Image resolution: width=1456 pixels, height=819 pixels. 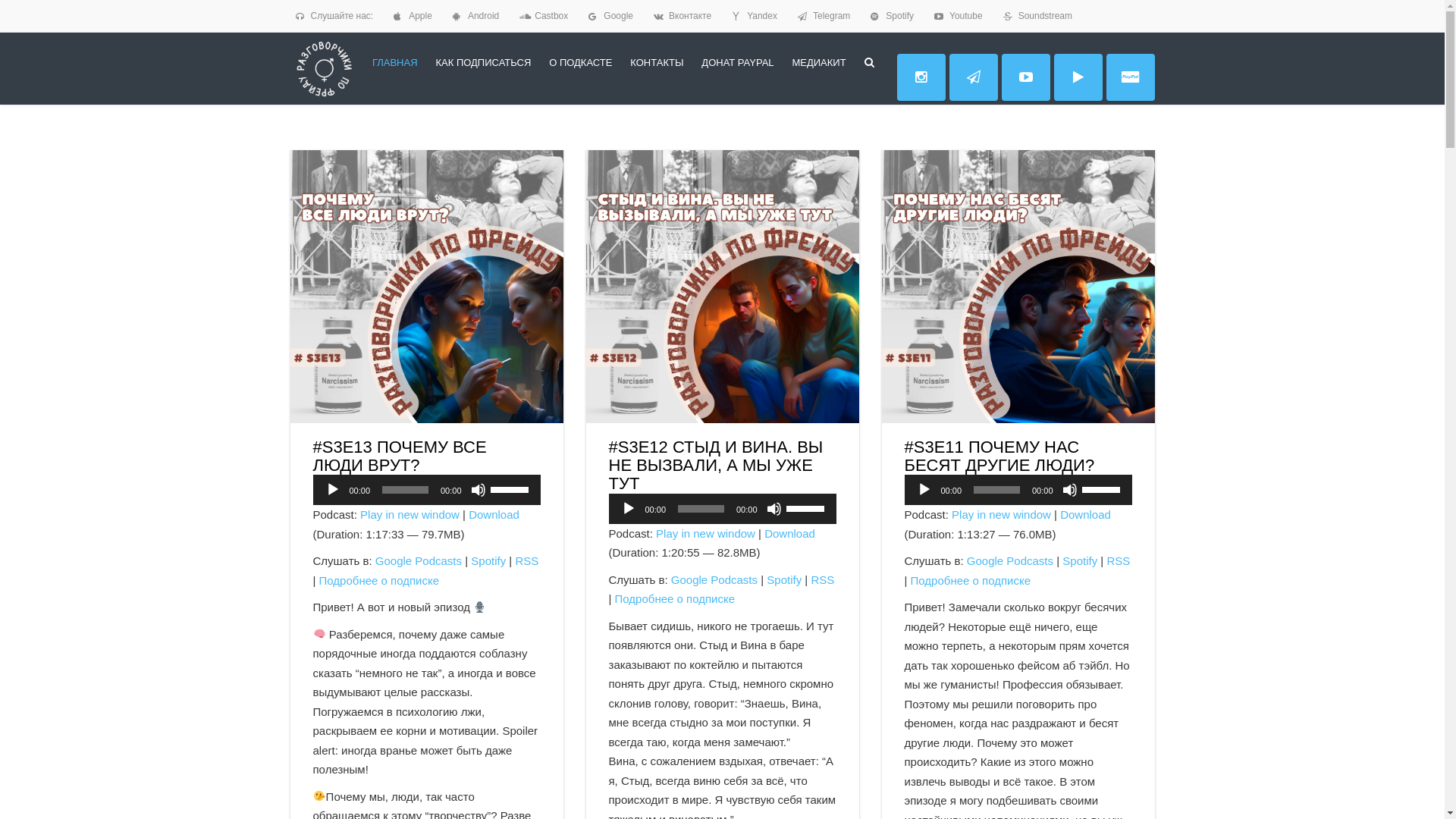 I want to click on 'Play in new window', so click(x=409, y=513).